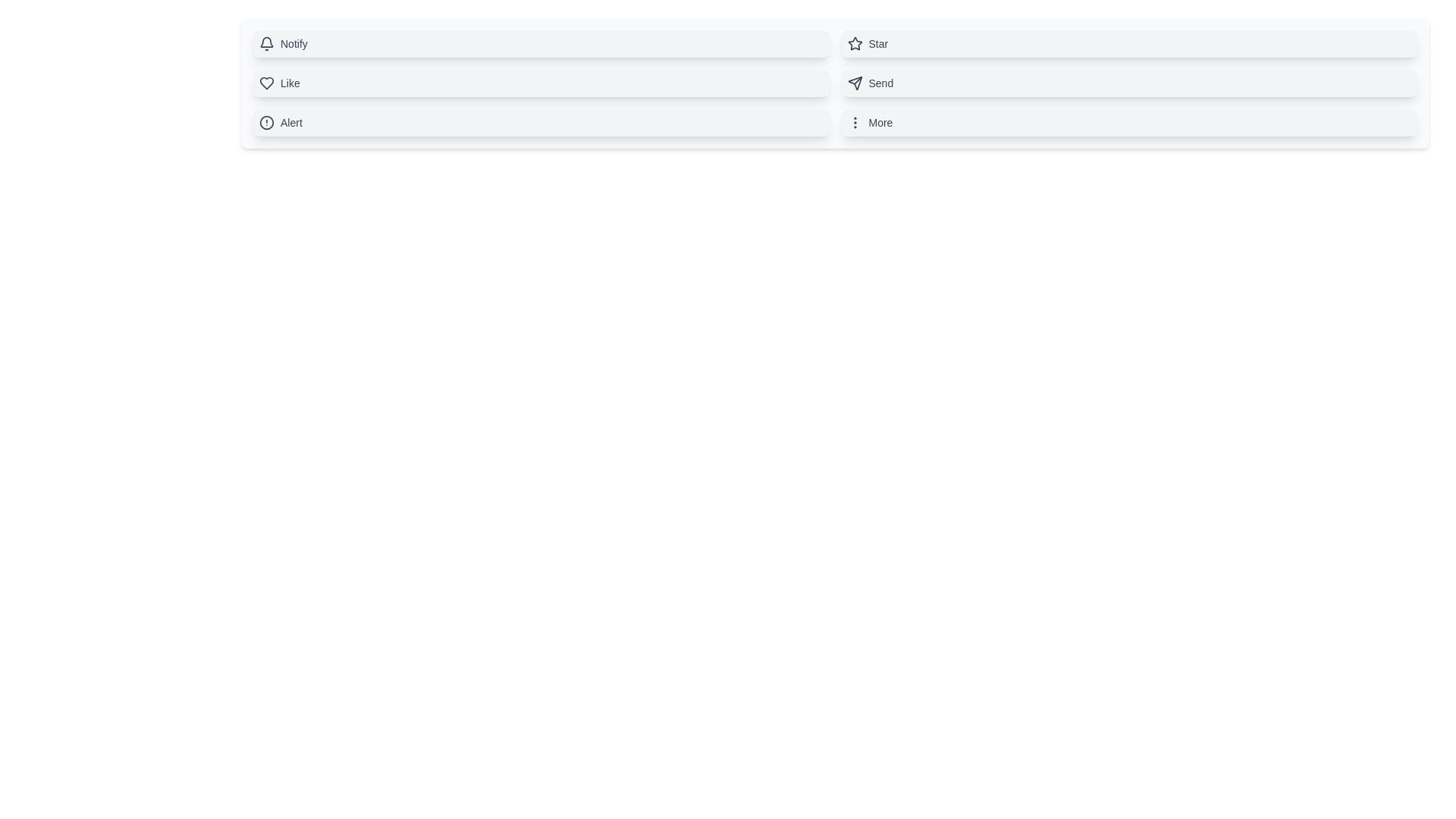 This screenshot has height=819, width=1456. I want to click on the bell icon that represents the notification function located to the left of the 'Notify' button, so click(266, 42).